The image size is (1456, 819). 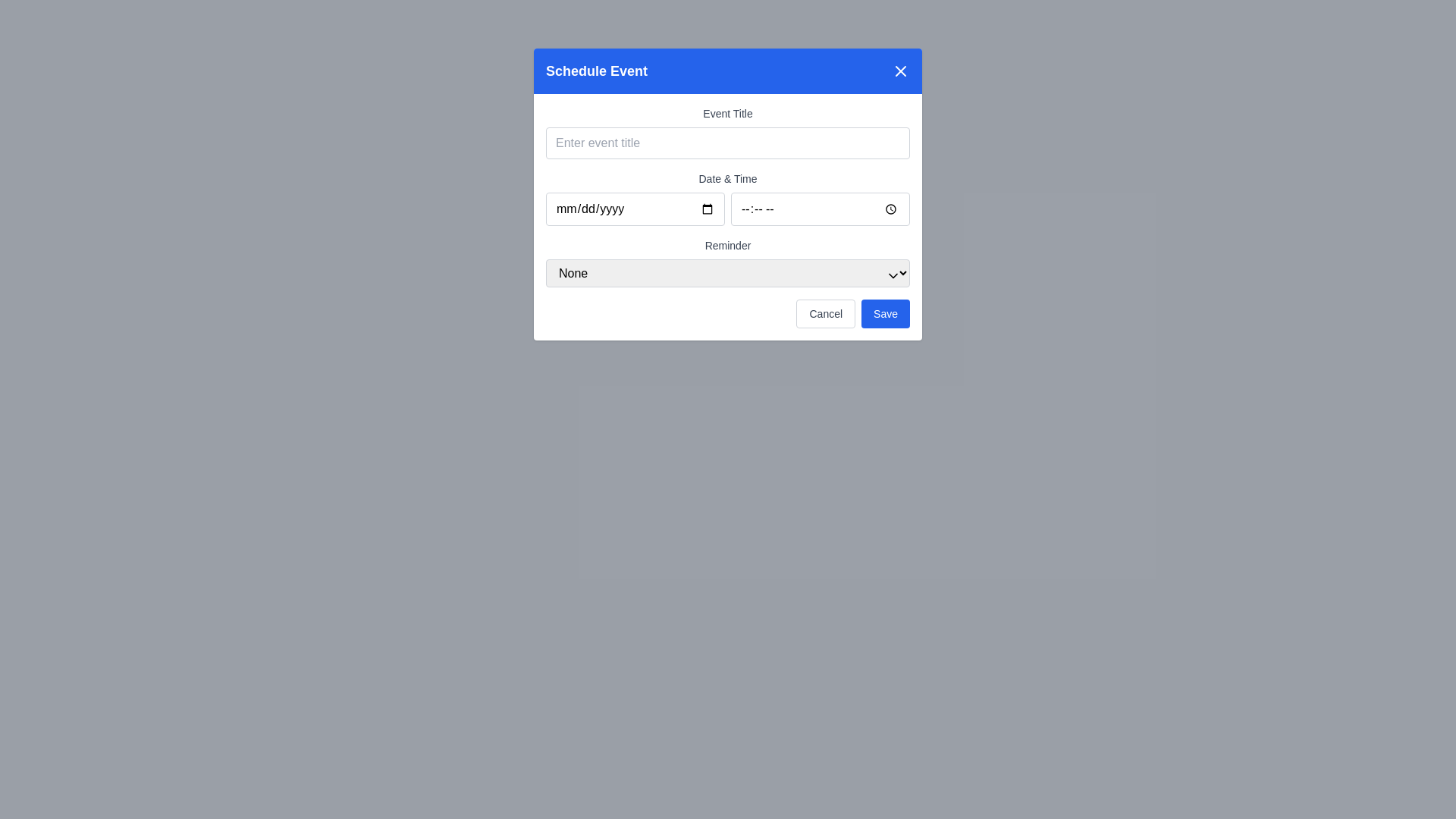 What do you see at coordinates (635, 209) in the screenshot?
I see `the Date Input Field located on the left side of the Date & Time section, which allows users to input a date` at bounding box center [635, 209].